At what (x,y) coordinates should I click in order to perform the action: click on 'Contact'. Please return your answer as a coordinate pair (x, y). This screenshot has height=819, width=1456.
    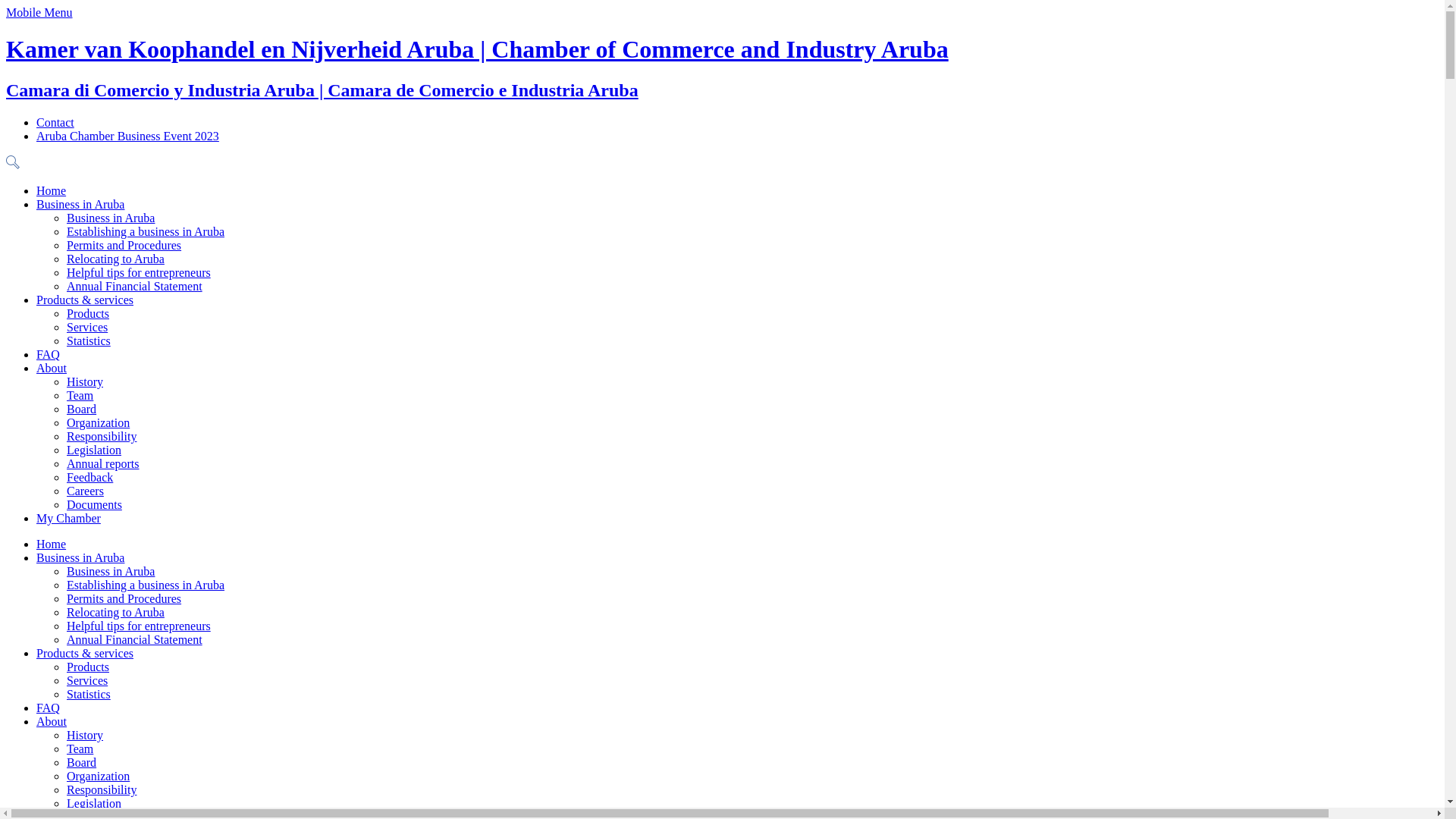
    Looking at the image, I should click on (36, 121).